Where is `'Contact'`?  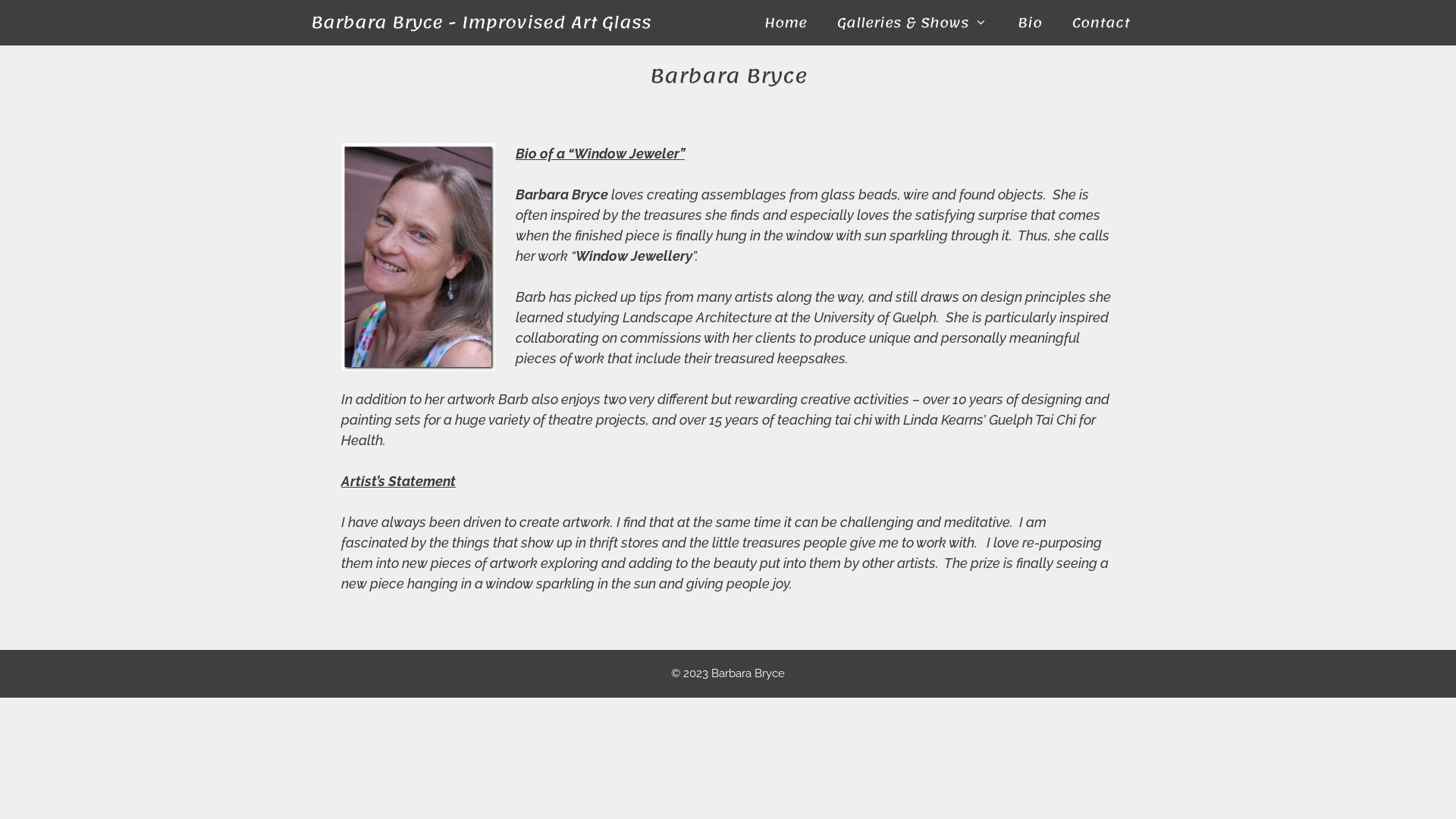 'Contact' is located at coordinates (1101, 23).